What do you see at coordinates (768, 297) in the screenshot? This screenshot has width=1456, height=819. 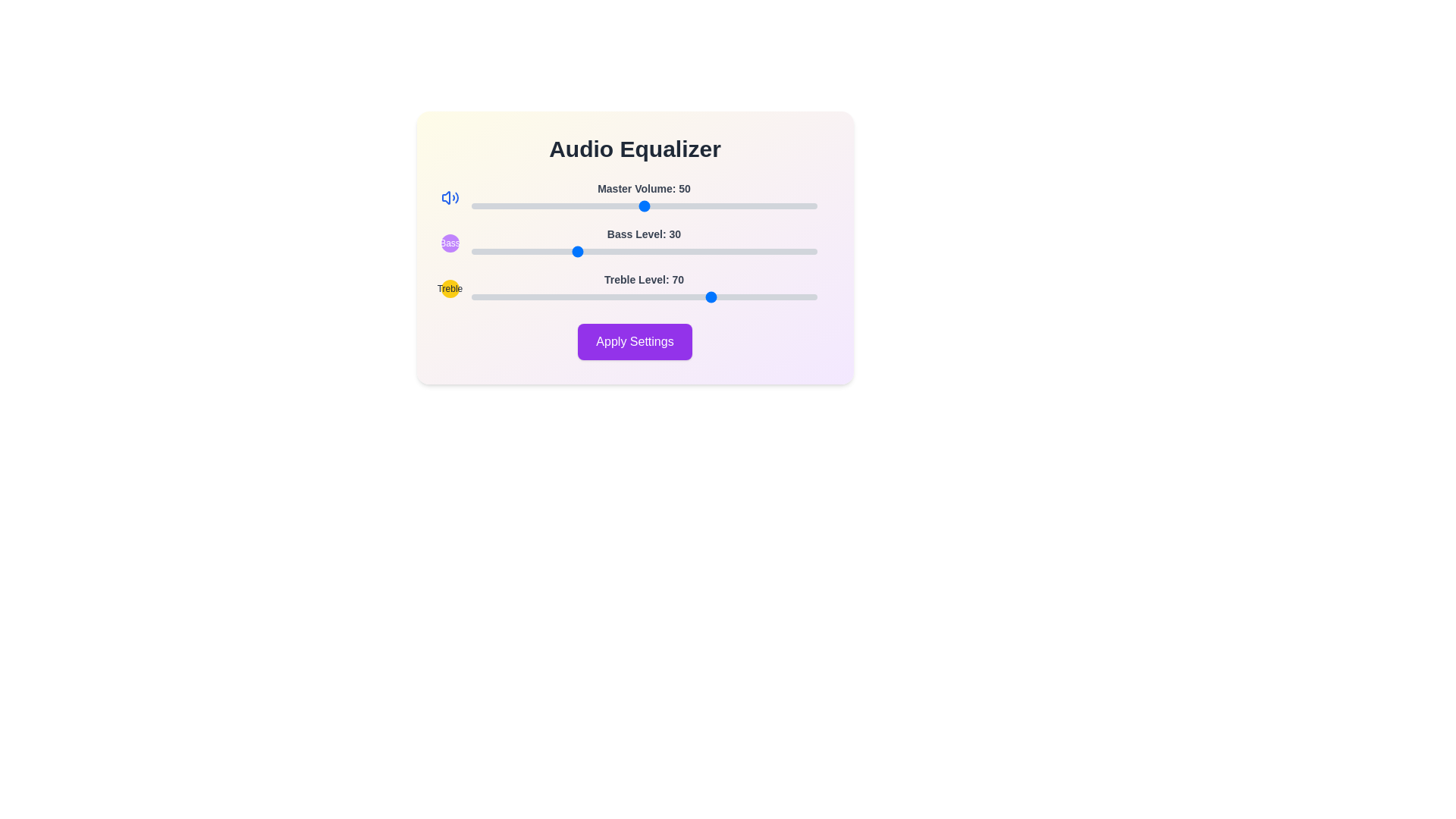 I see `Treble Level` at bounding box center [768, 297].